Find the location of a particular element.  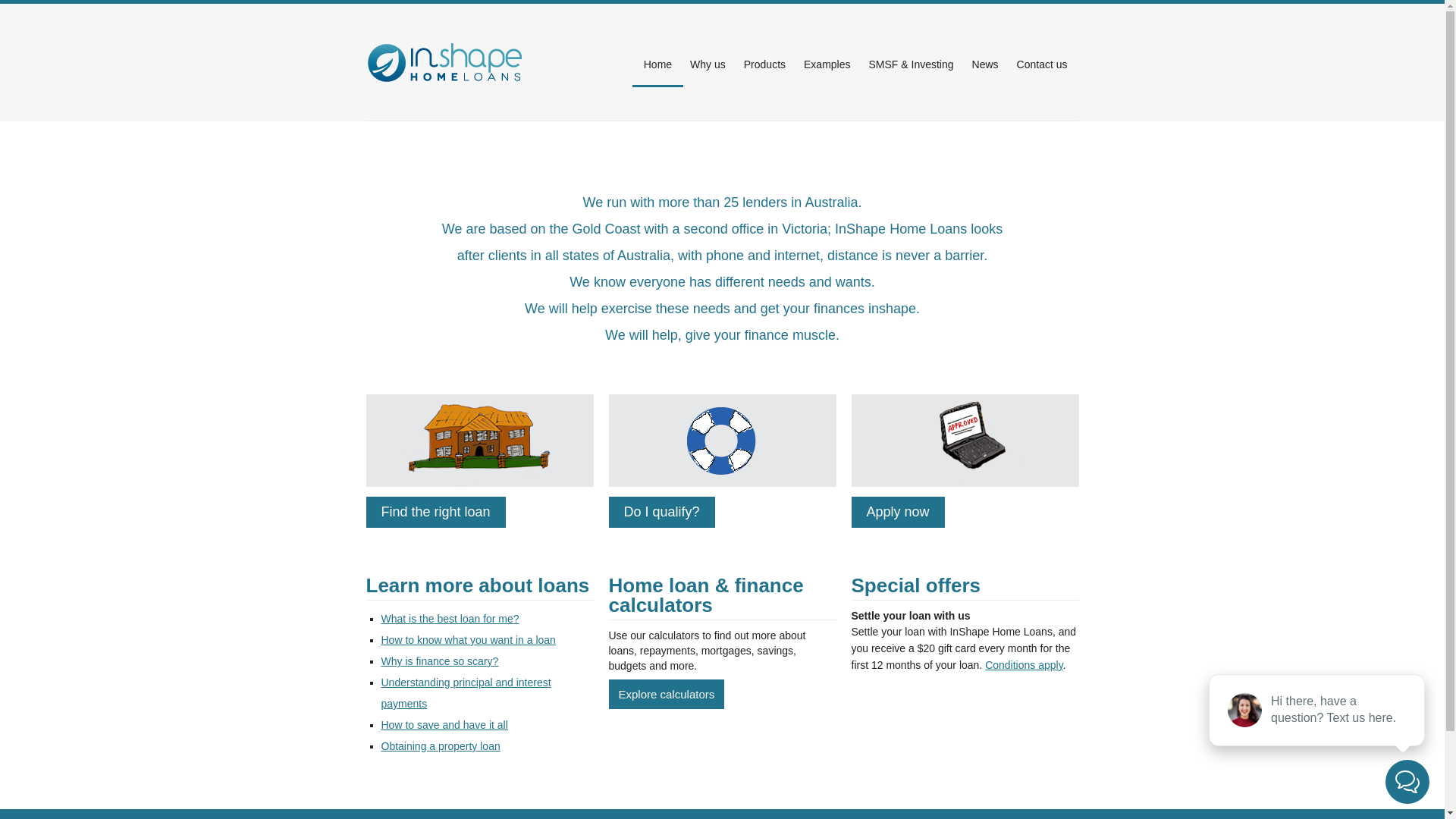

'News' is located at coordinates (985, 62).